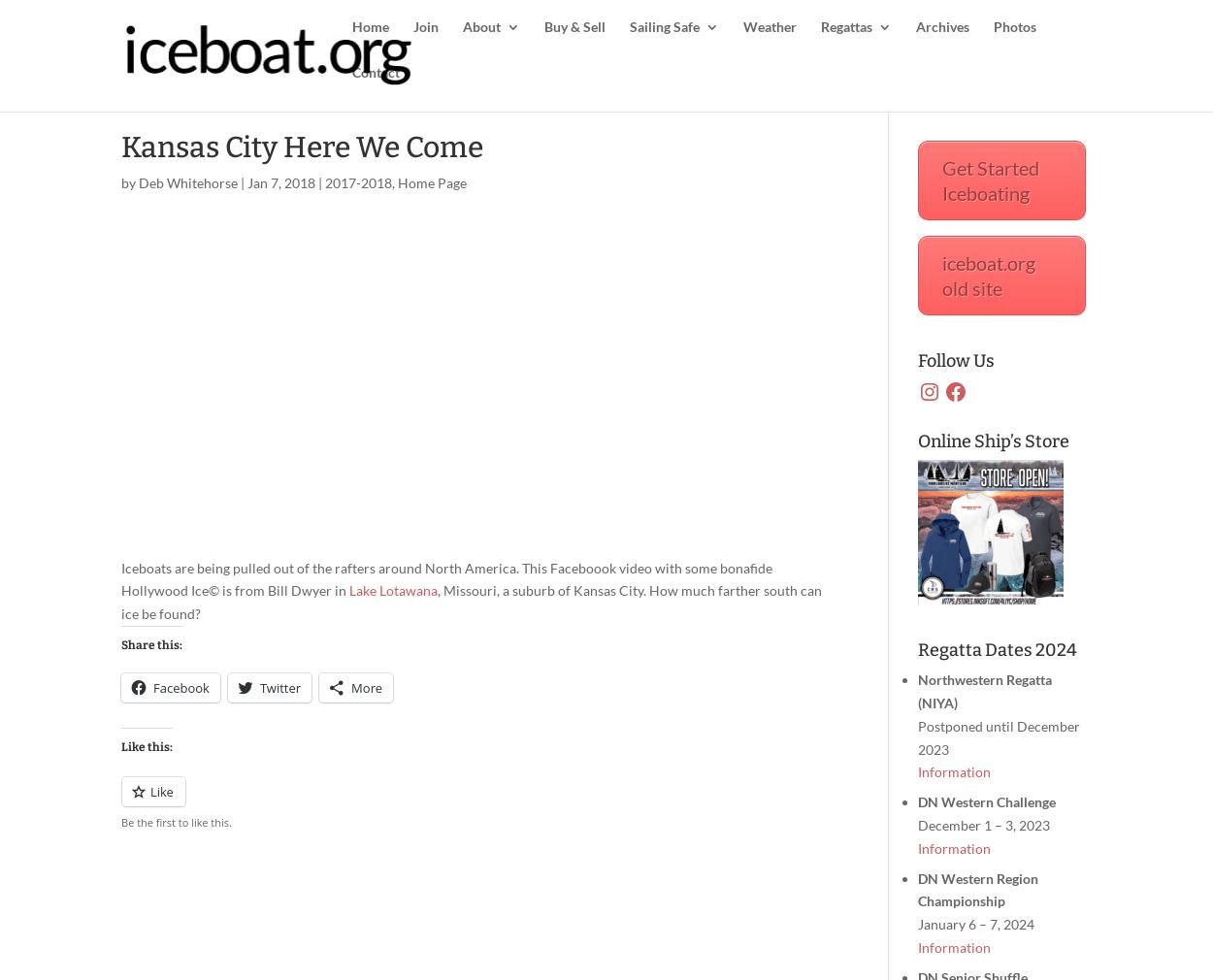 This screenshot has width=1213, height=980. Describe the element at coordinates (915, 156) in the screenshot. I see `'Northwest Regatta'` at that location.